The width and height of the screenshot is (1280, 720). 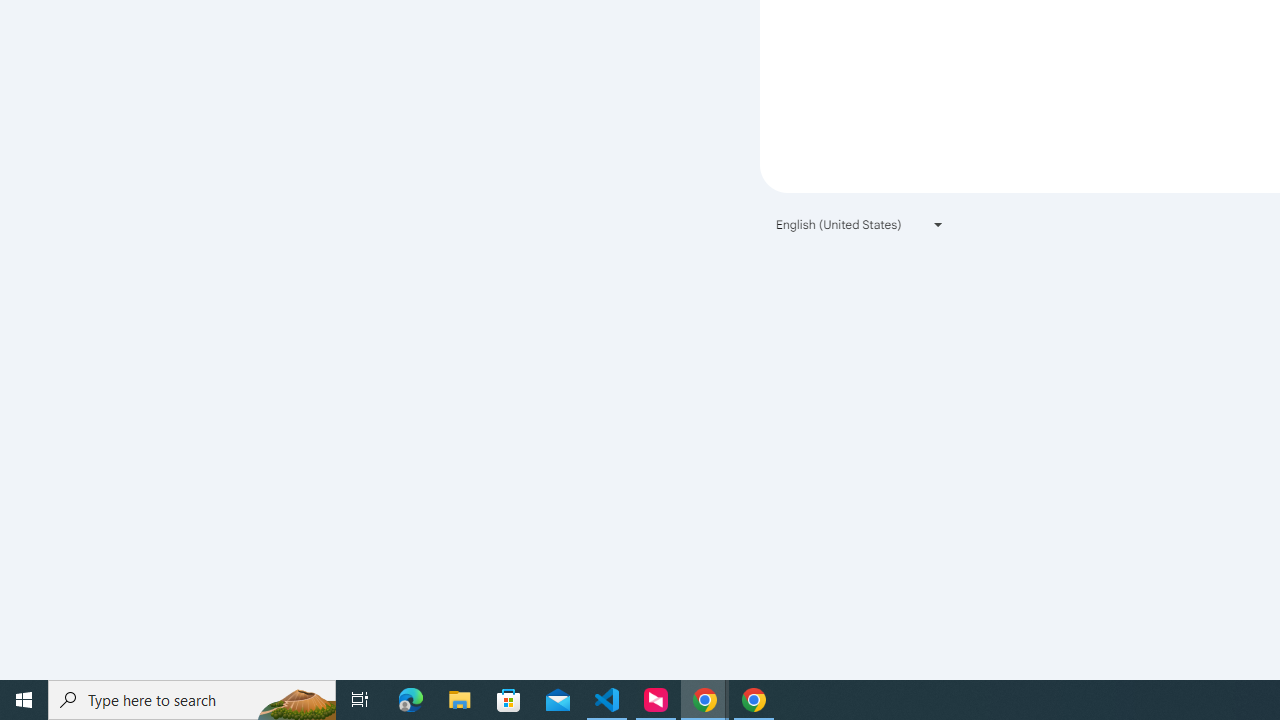 What do you see at coordinates (860, 224) in the screenshot?
I see `'English (United States)'` at bounding box center [860, 224].